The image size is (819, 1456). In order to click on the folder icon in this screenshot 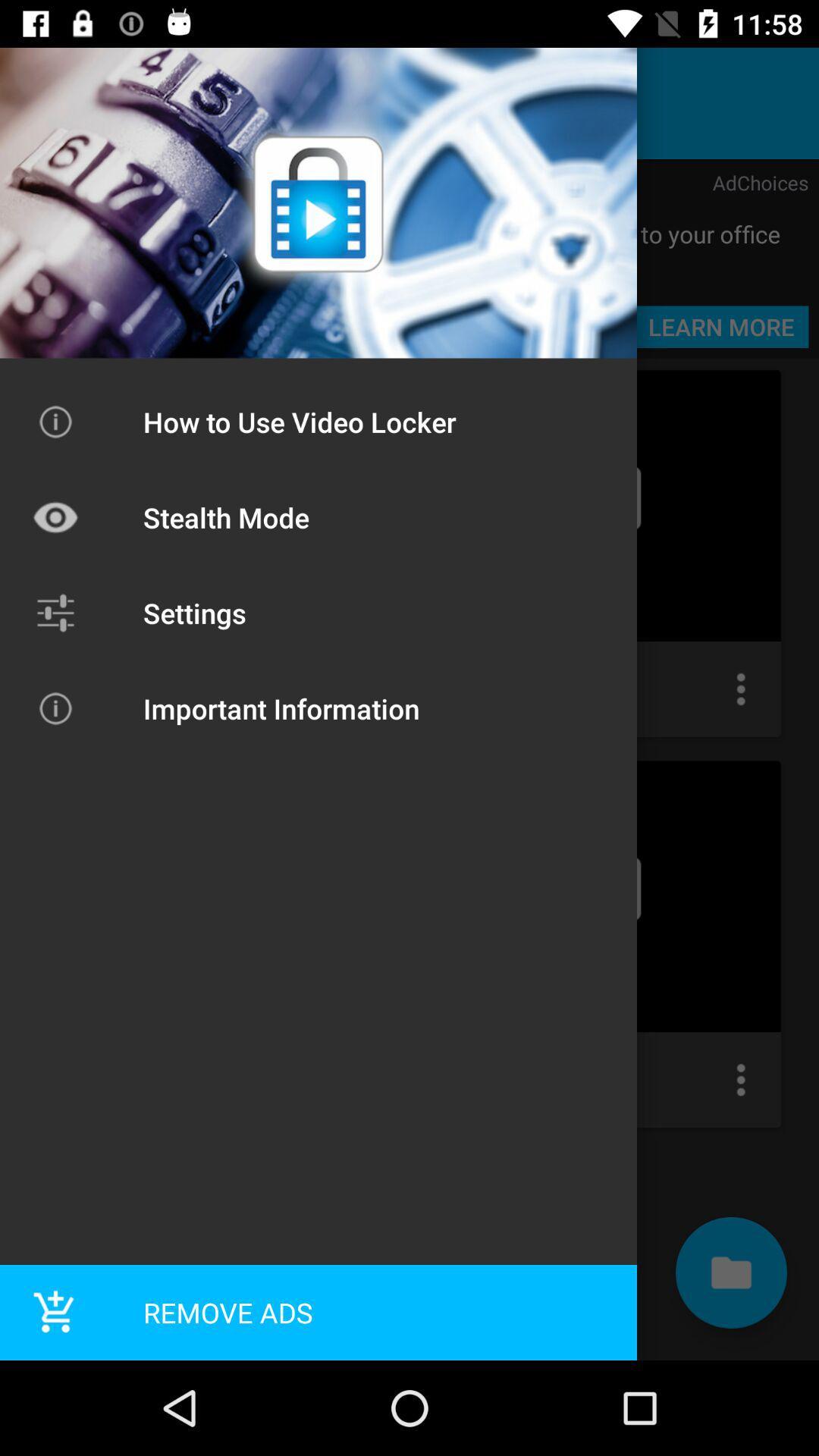, I will do `click(730, 1272)`.